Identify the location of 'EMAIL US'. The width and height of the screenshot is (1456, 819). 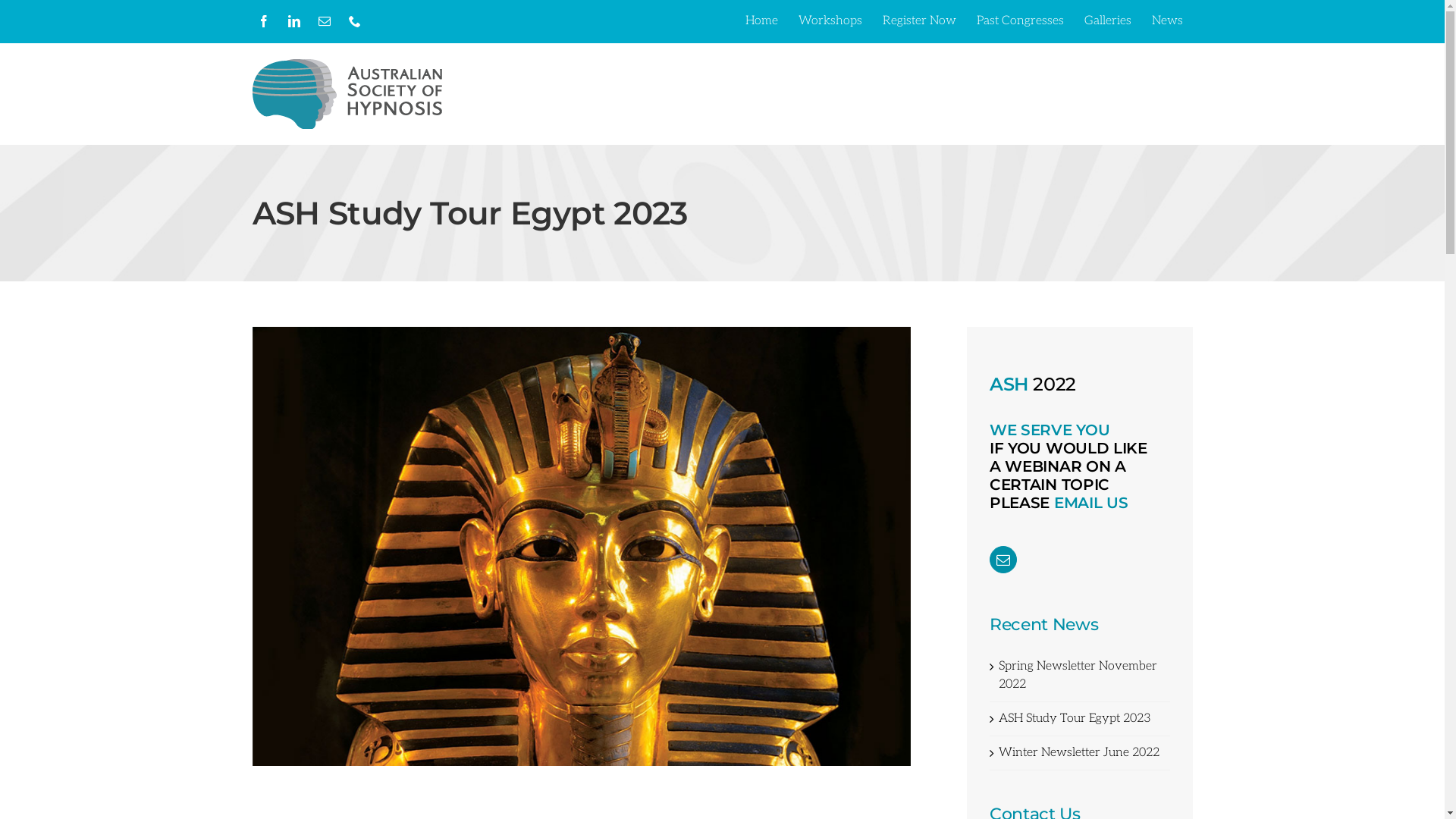
(1090, 503).